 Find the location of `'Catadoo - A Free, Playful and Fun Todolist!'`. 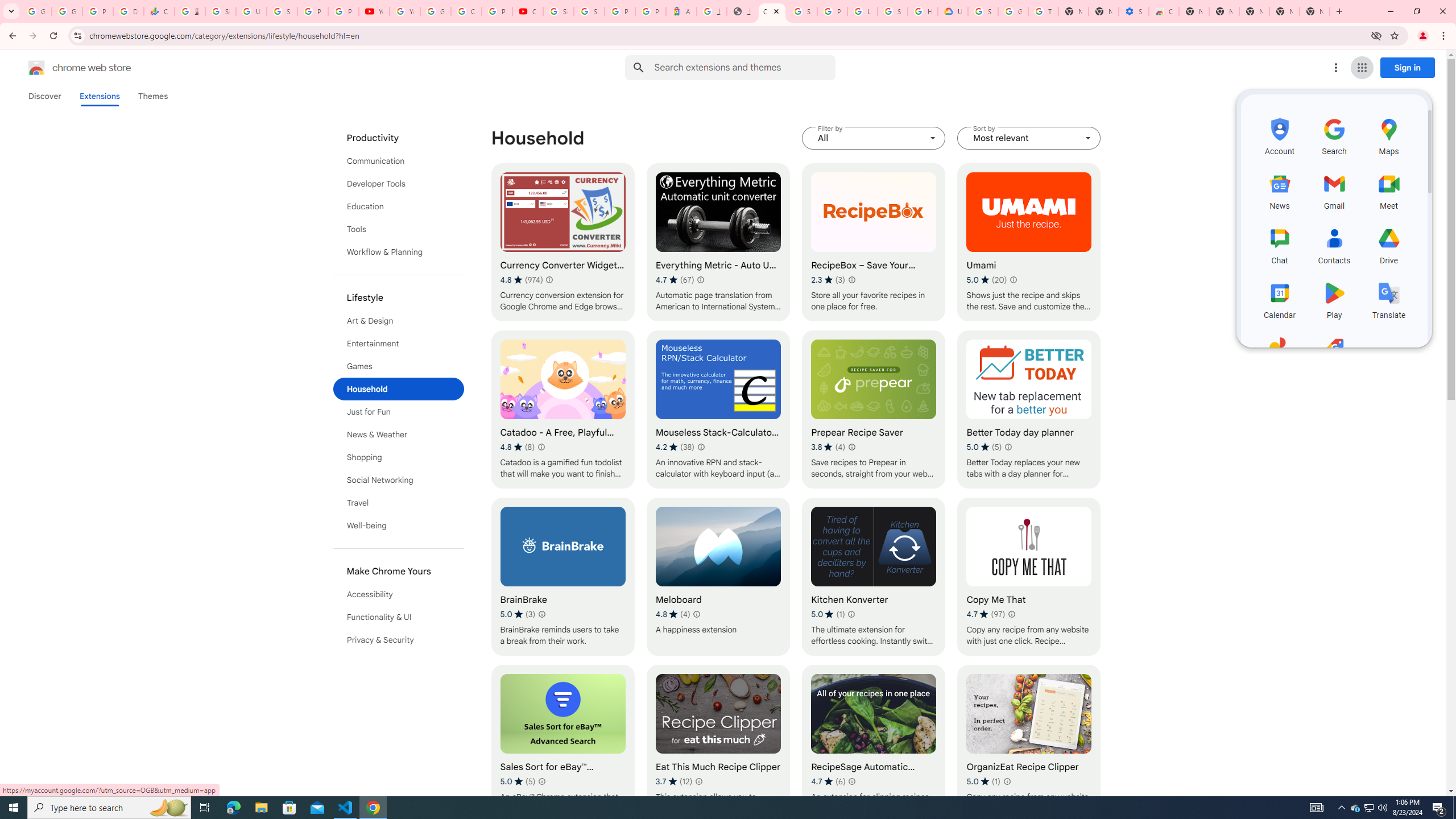

'Catadoo - A Free, Playful and Fun Todolist!' is located at coordinates (562, 409).